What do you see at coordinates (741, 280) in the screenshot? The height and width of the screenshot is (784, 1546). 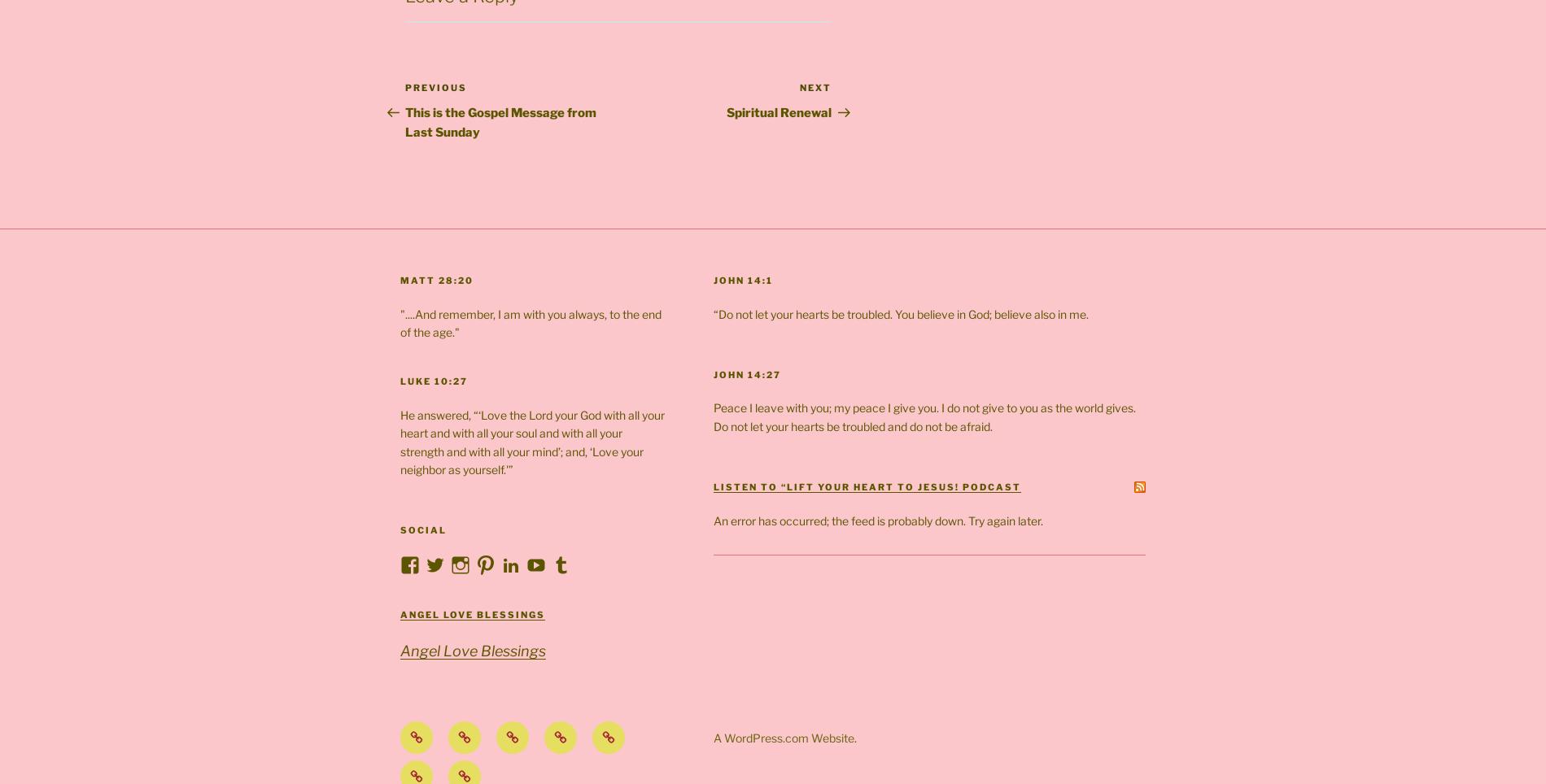 I see `'John 14:1'` at bounding box center [741, 280].